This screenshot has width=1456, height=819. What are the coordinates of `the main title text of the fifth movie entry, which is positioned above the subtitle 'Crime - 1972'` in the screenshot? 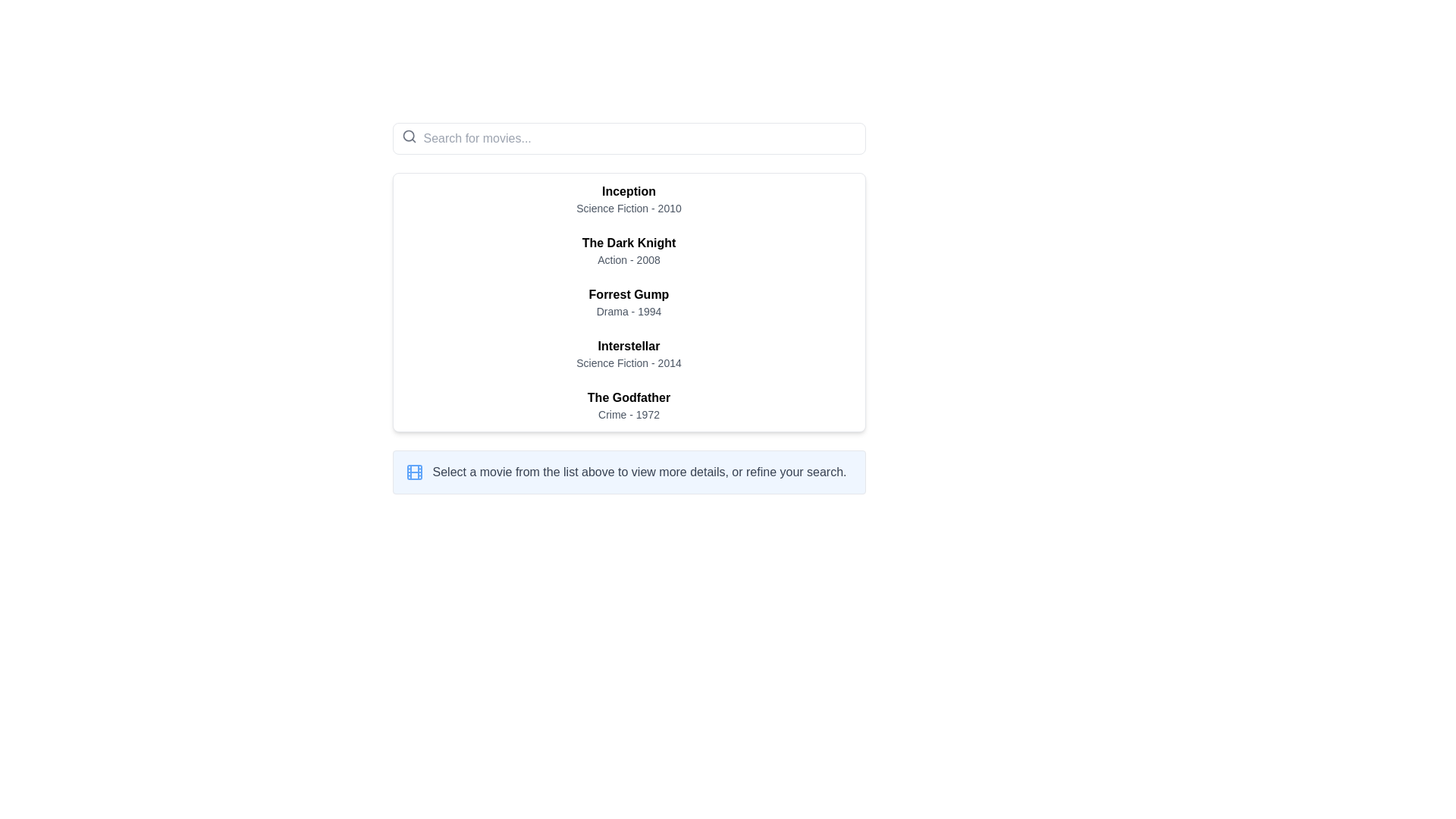 It's located at (629, 397).